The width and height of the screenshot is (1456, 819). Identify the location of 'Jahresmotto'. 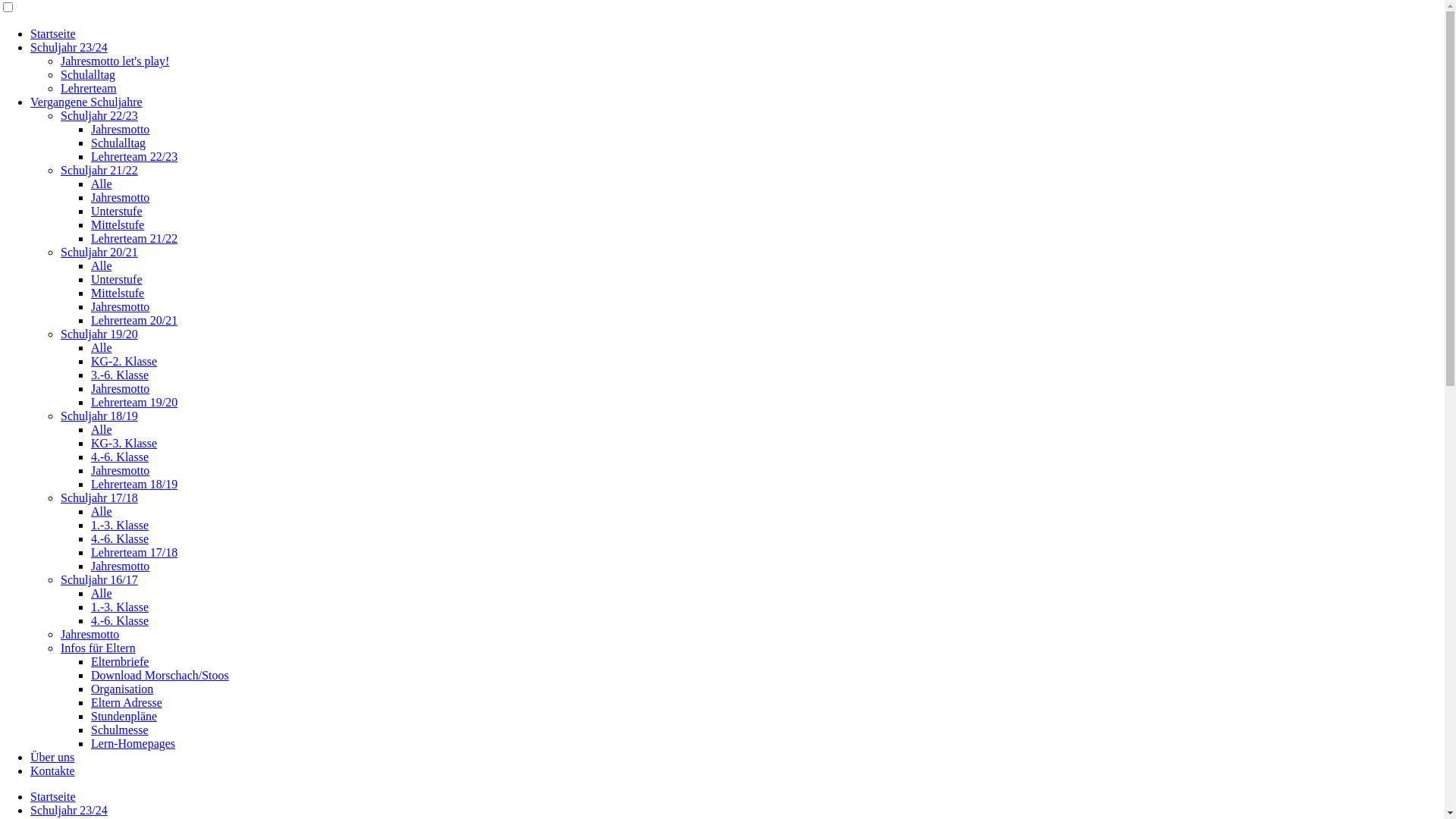
(119, 128).